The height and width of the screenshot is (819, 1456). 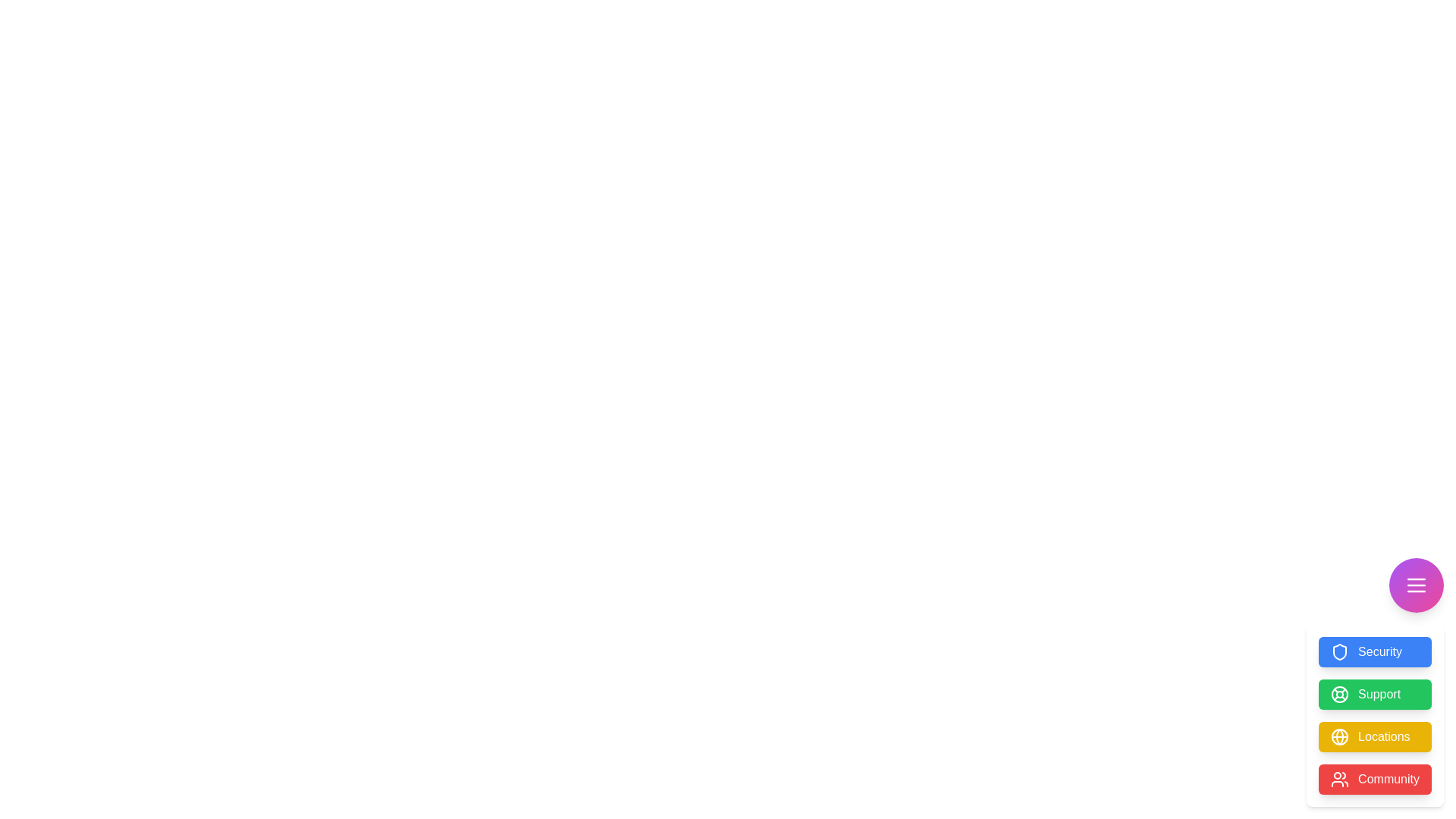 What do you see at coordinates (1375, 651) in the screenshot?
I see `the security feature button located in the bottom-right corner of the interface, above the green 'Support' button` at bounding box center [1375, 651].